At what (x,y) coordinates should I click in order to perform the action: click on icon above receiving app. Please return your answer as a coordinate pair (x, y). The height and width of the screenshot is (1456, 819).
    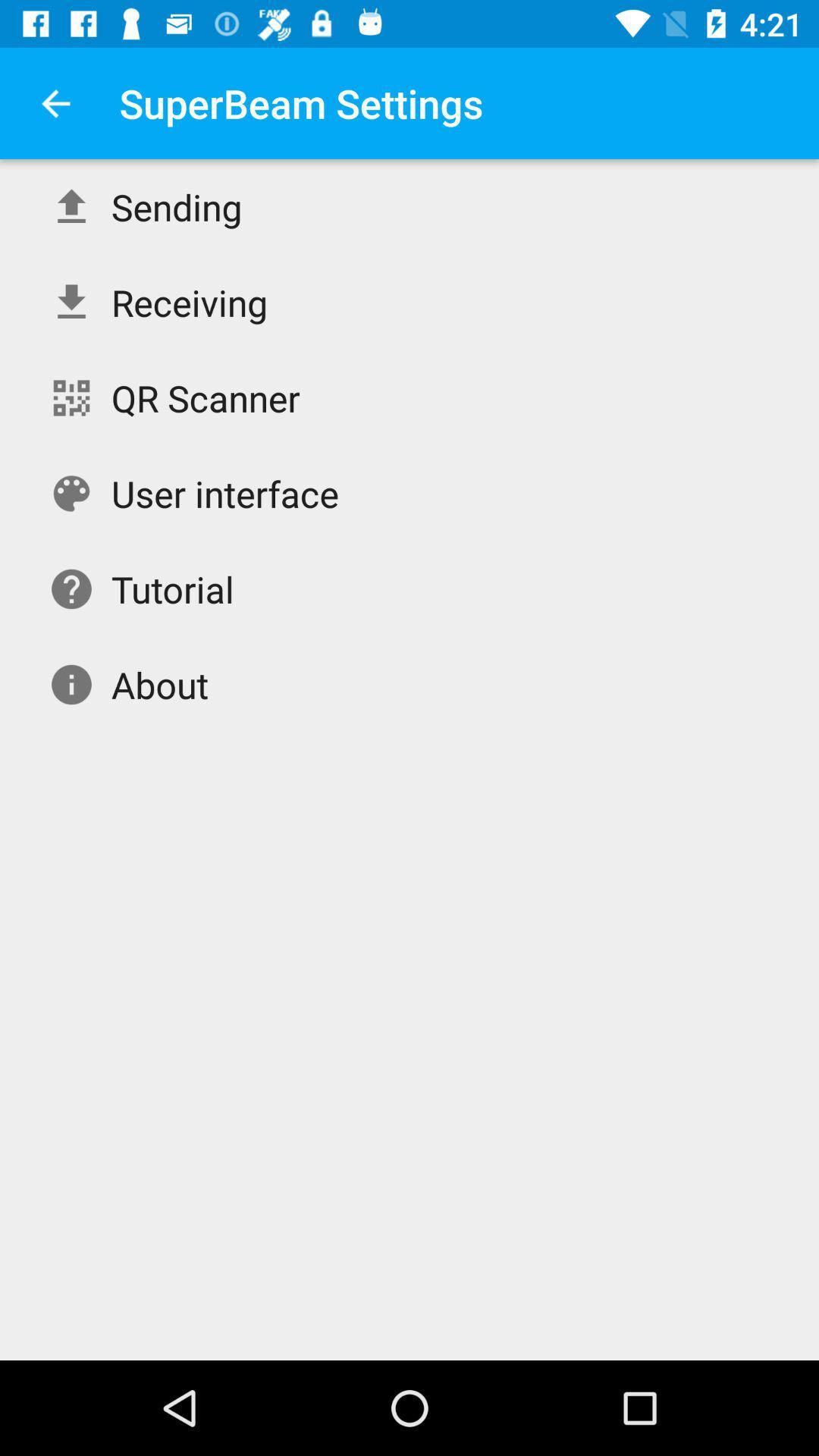
    Looking at the image, I should click on (176, 206).